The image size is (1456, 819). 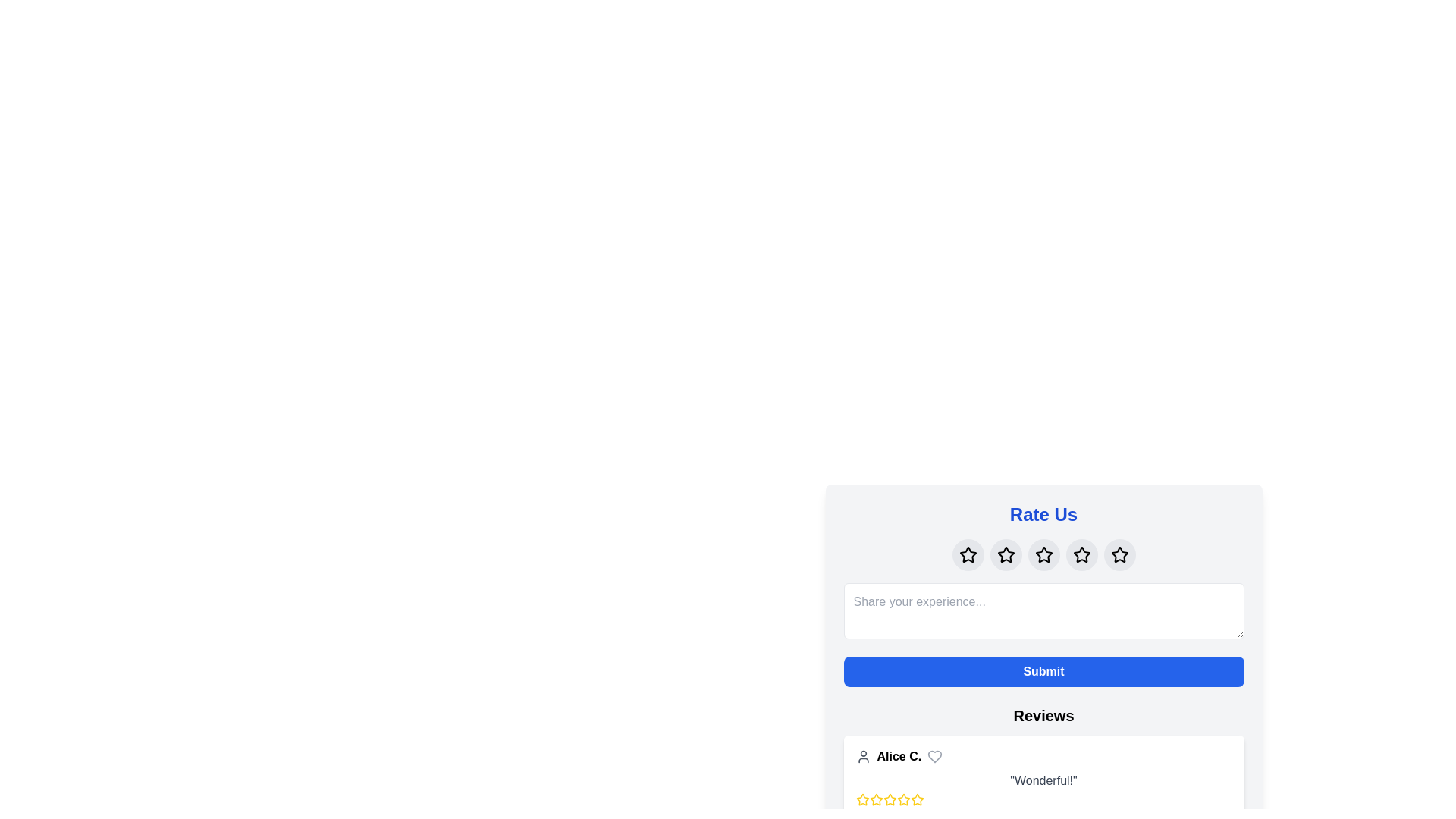 I want to click on the fourth star icon in the rating system to modify the rating, so click(x=890, y=799).